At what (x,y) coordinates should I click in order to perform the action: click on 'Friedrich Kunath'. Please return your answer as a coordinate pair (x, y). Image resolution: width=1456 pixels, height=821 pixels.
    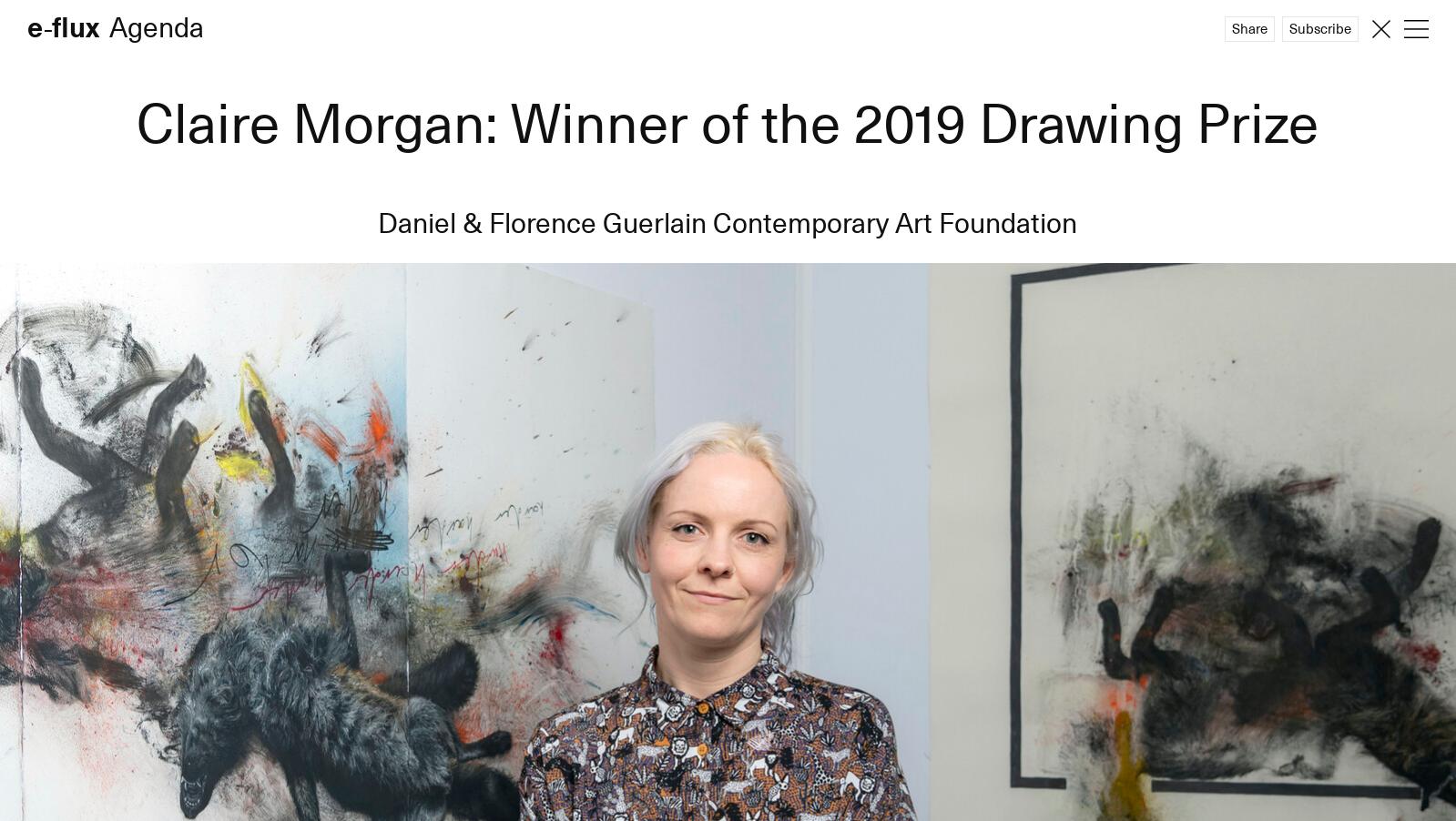
    Looking at the image, I should click on (26, 134).